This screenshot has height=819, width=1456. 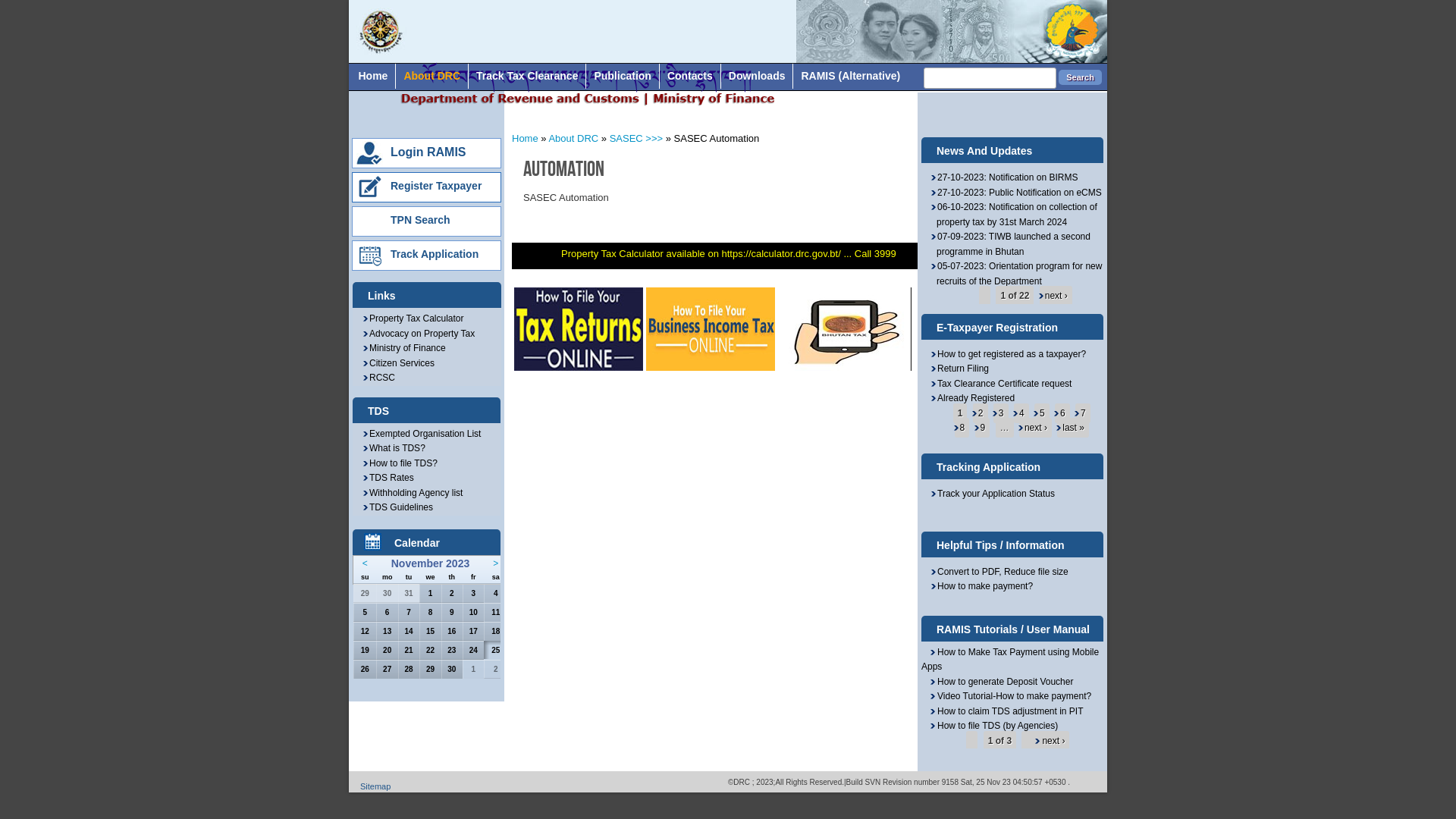 What do you see at coordinates (971, 397) in the screenshot?
I see `'Already Registered'` at bounding box center [971, 397].